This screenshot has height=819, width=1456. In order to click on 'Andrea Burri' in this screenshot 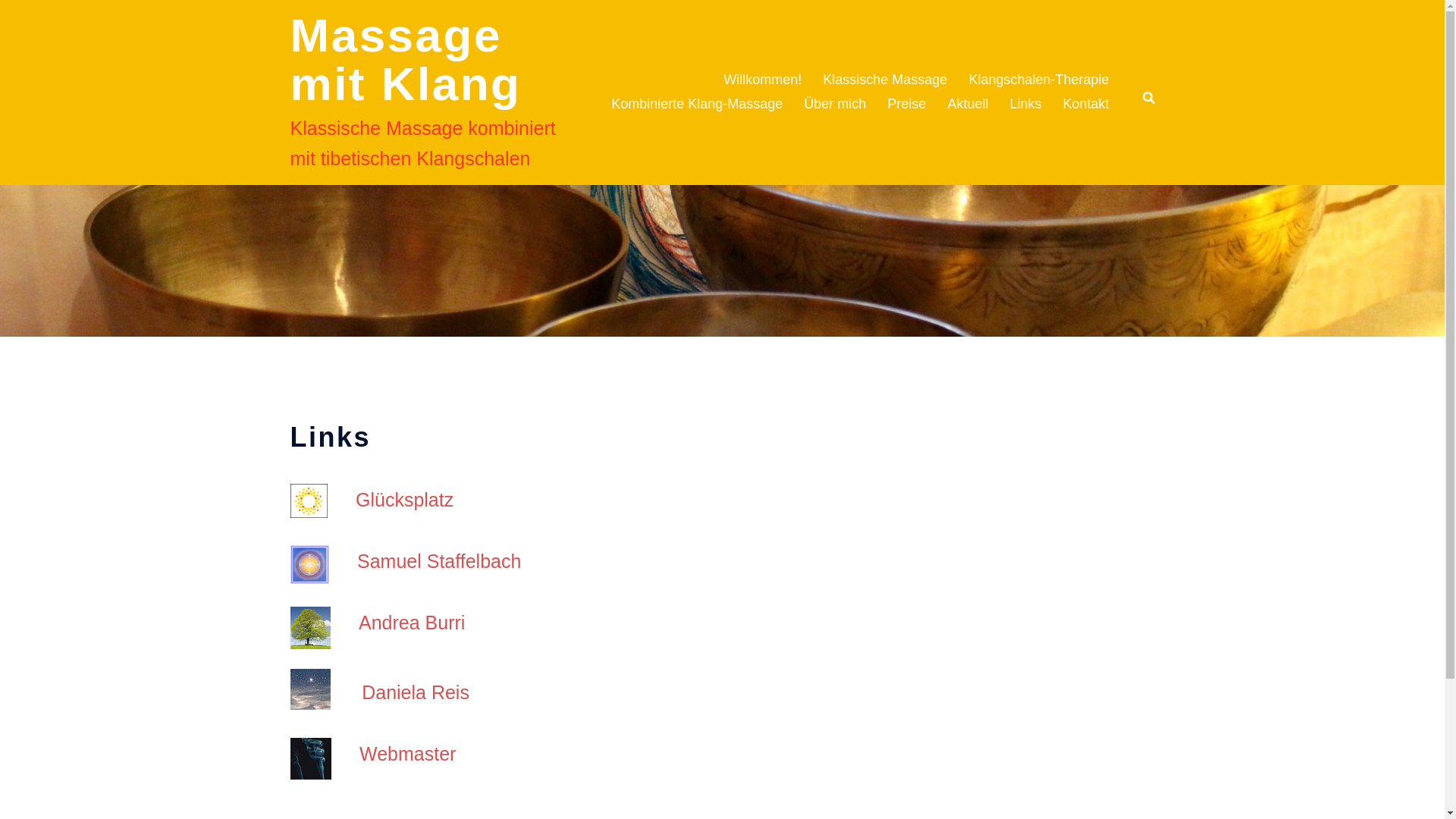, I will do `click(411, 623)`.